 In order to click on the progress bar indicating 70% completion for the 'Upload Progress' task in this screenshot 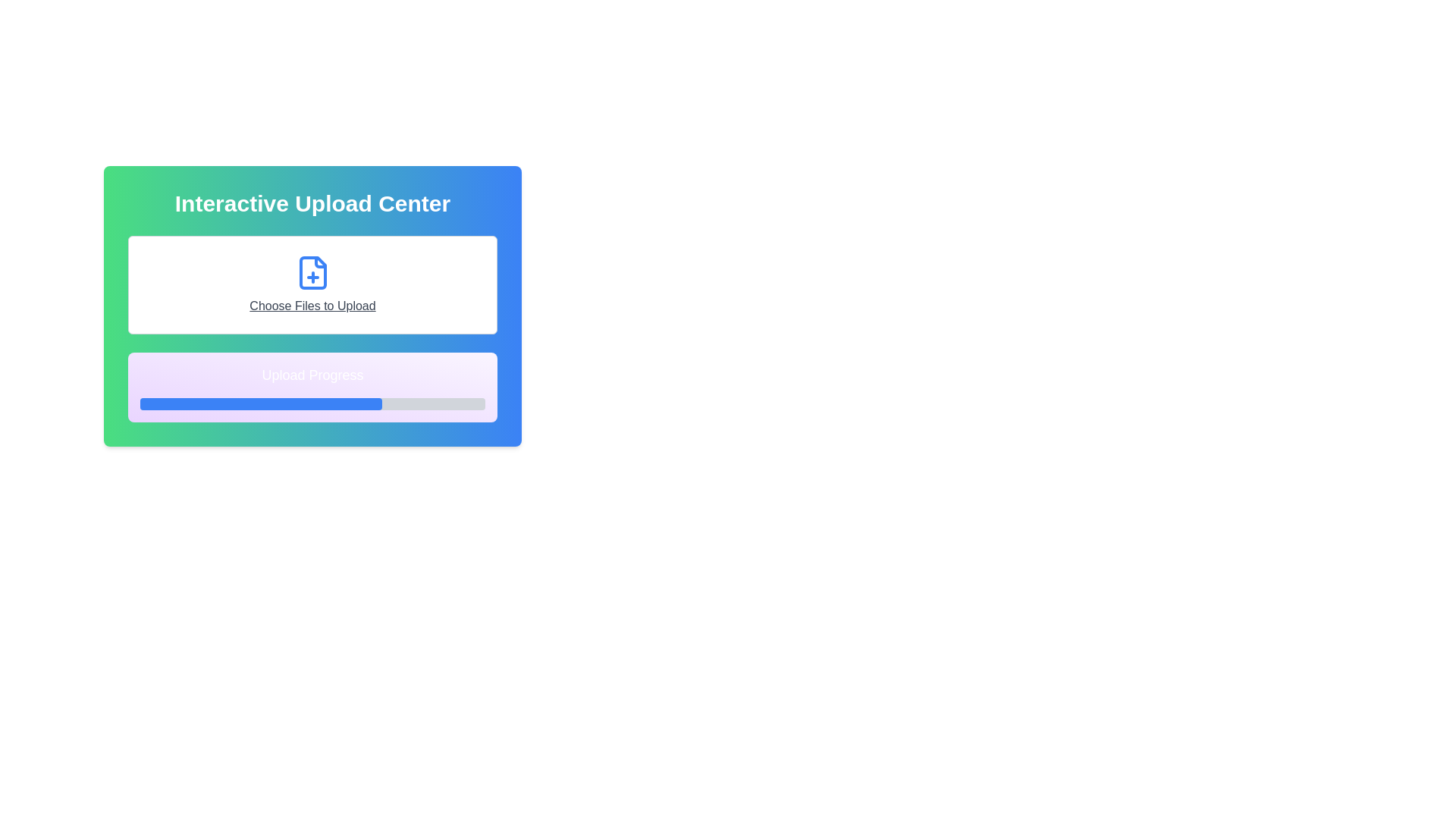, I will do `click(261, 403)`.